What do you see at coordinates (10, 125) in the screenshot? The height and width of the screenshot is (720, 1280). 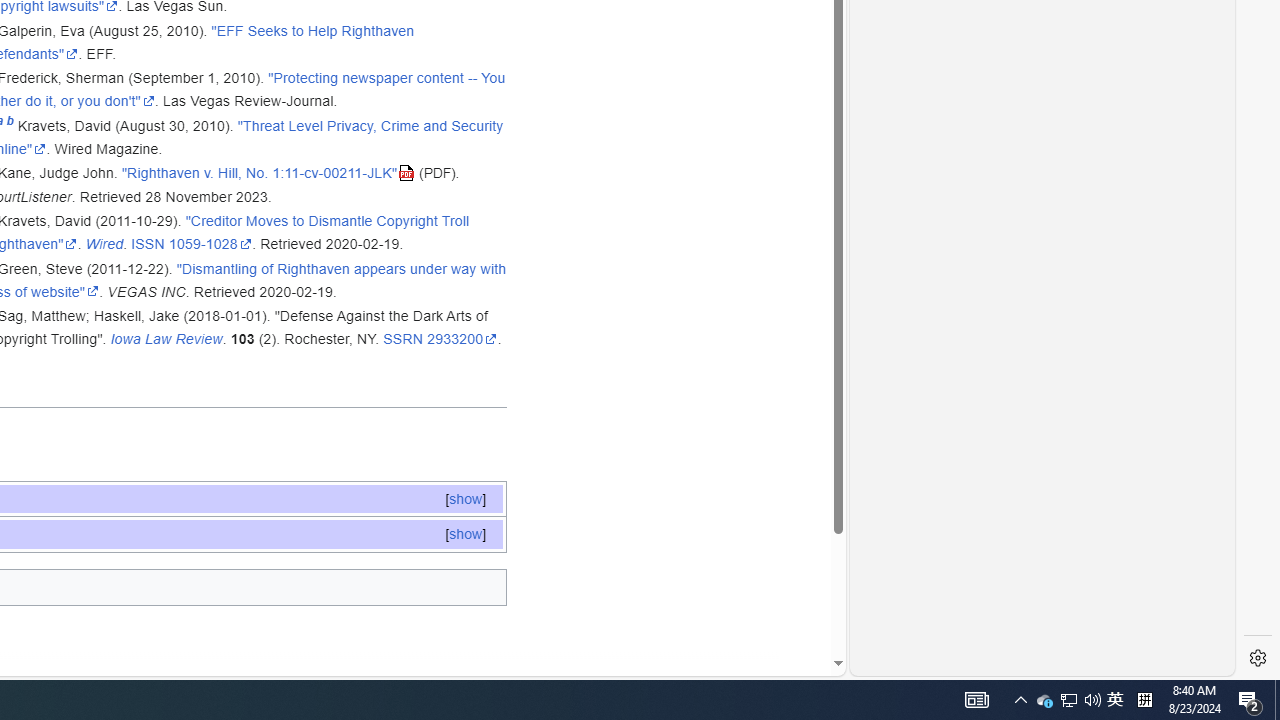 I see `'b'` at bounding box center [10, 125].